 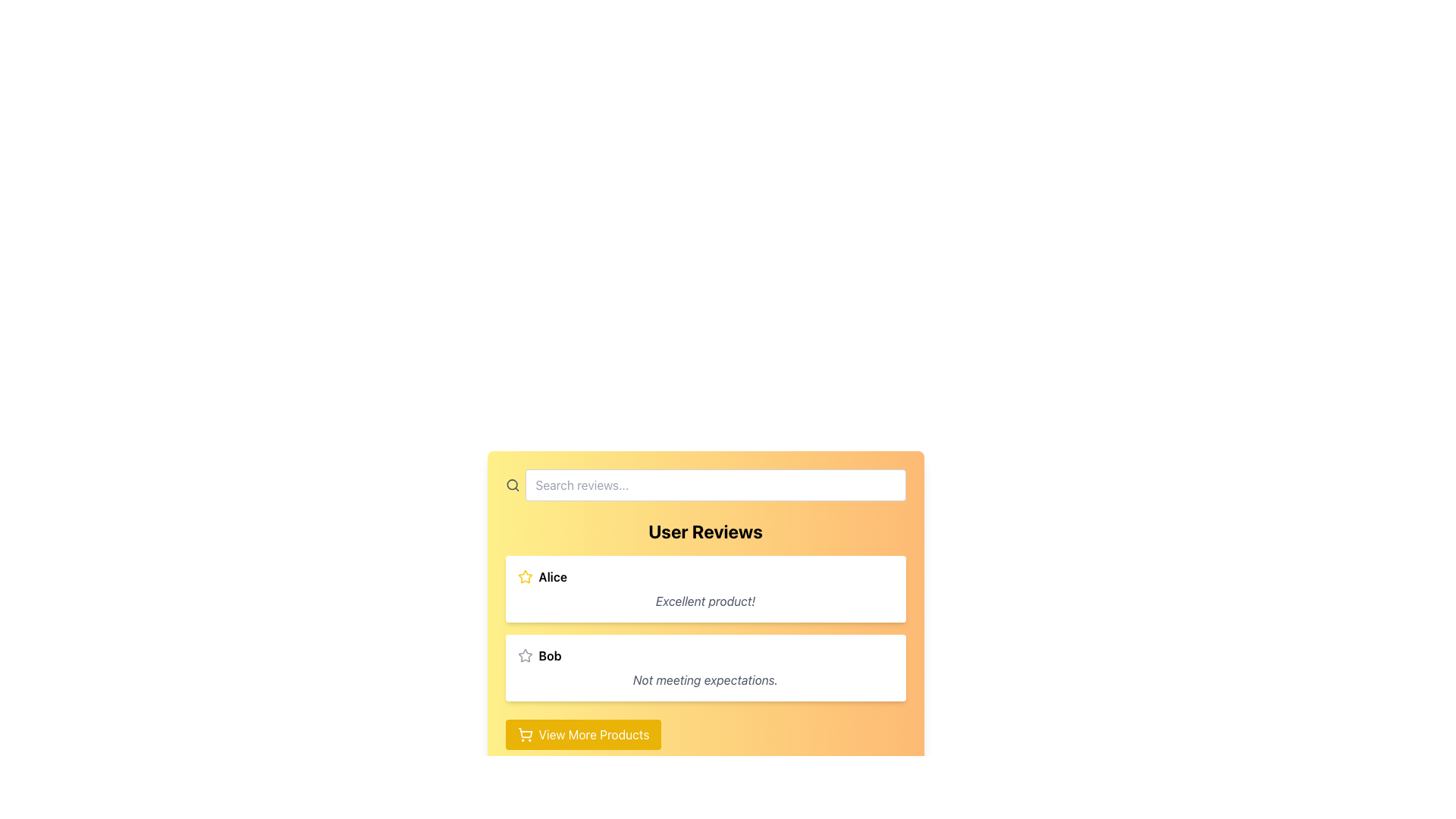 I want to click on the bold text displaying the name 'Alice' located to the right of the yellow star icon in the User Reviews section, so click(x=552, y=576).